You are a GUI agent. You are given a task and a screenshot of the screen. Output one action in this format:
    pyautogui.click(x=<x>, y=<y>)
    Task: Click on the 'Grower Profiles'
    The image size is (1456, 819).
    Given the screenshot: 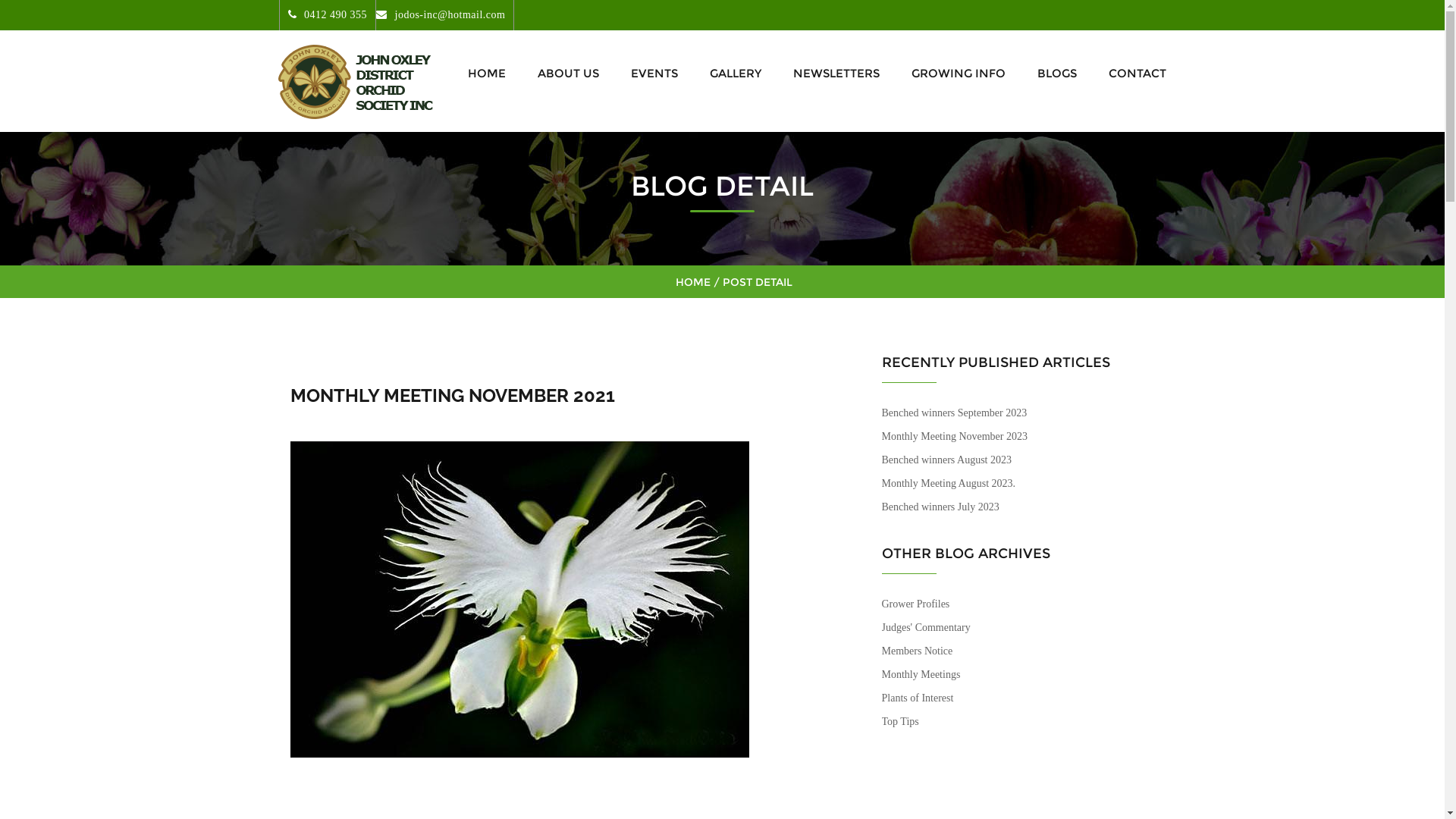 What is the action you would take?
    pyautogui.click(x=914, y=603)
    